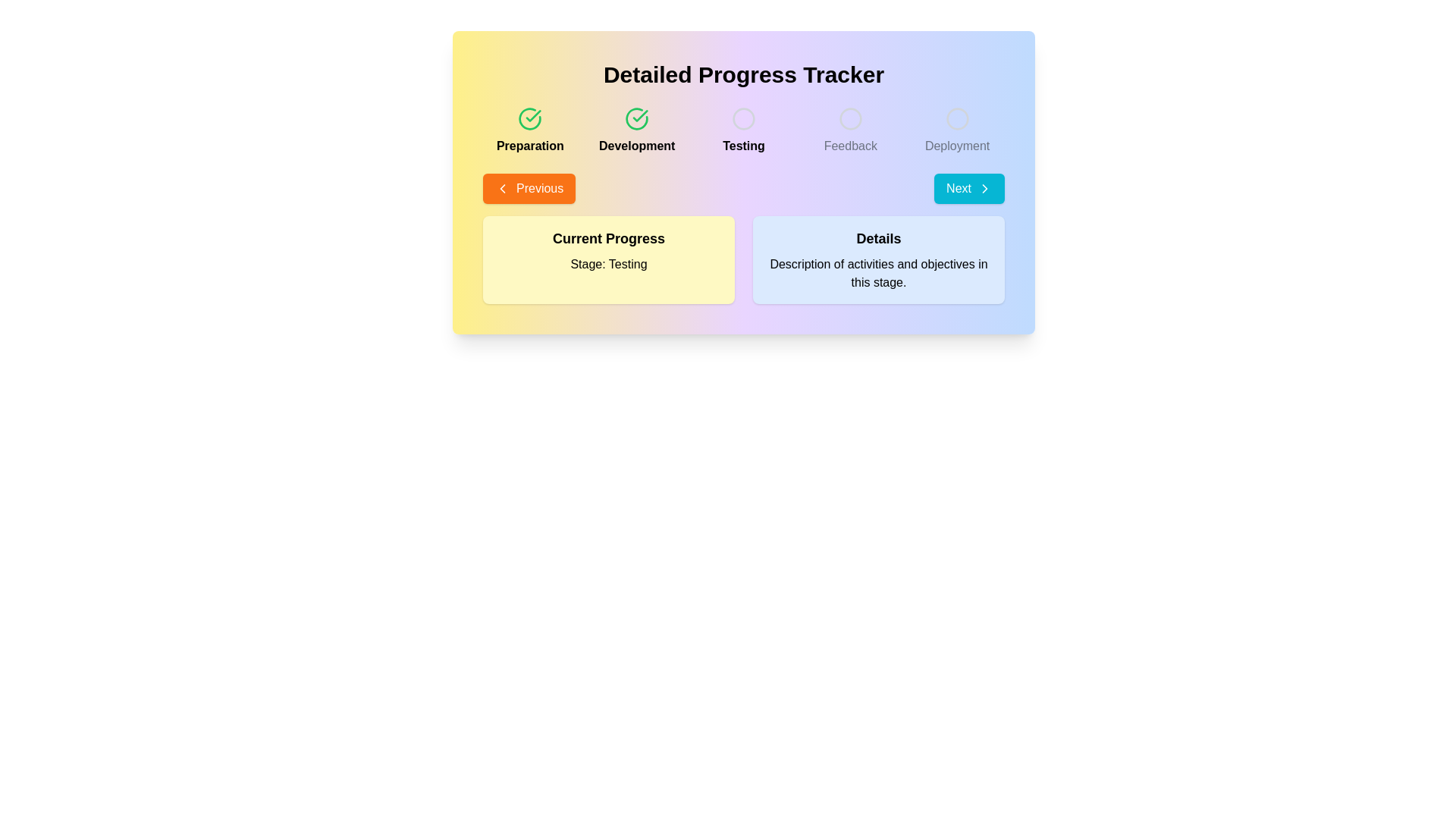 The width and height of the screenshot is (1456, 819). I want to click on the backward navigation icon located inside the 'Previous' button in the top-left area of the interface, so click(502, 188).